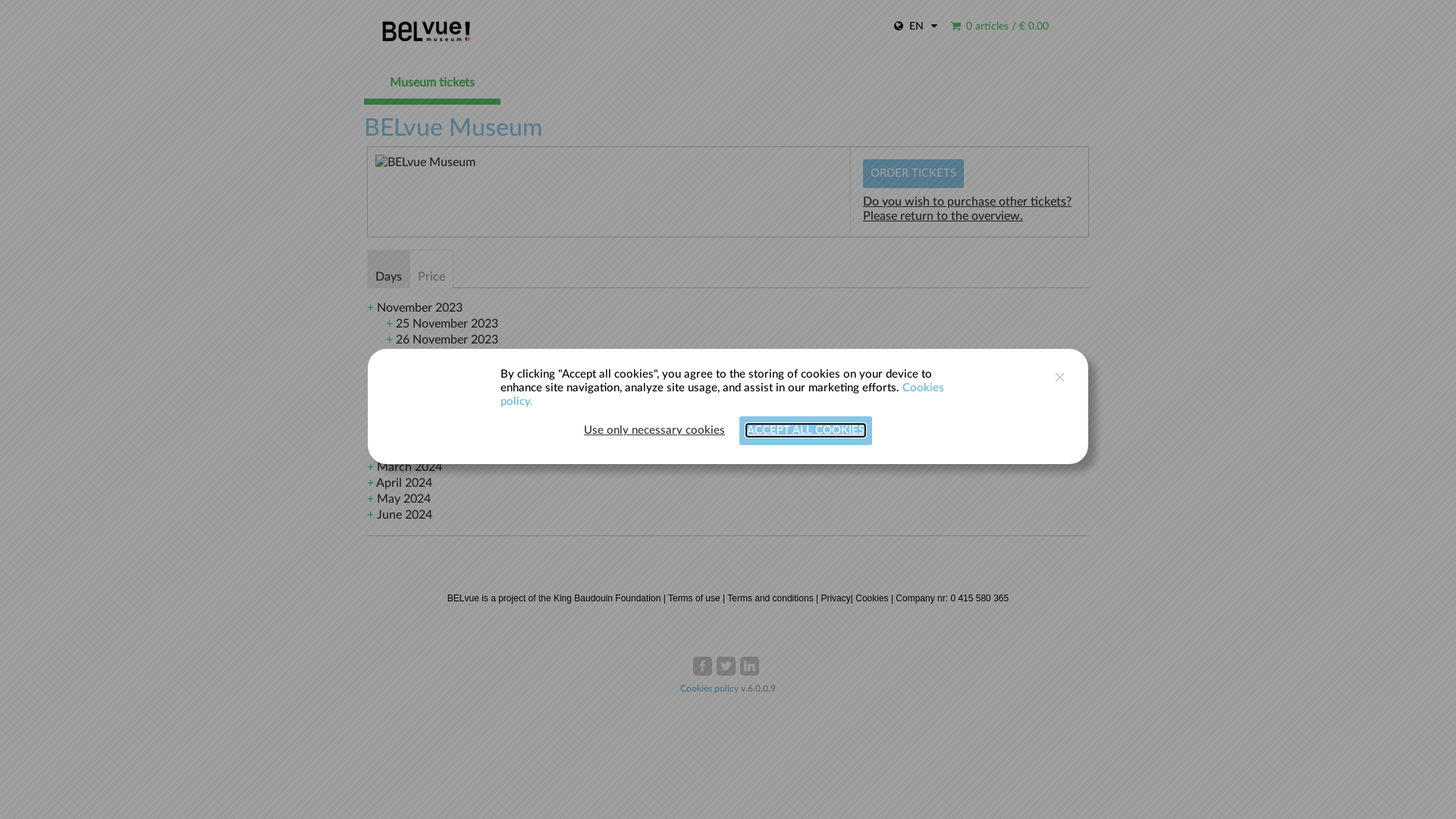  What do you see at coordinates (446, 356) in the screenshot?
I see `'27 November 2023'` at bounding box center [446, 356].